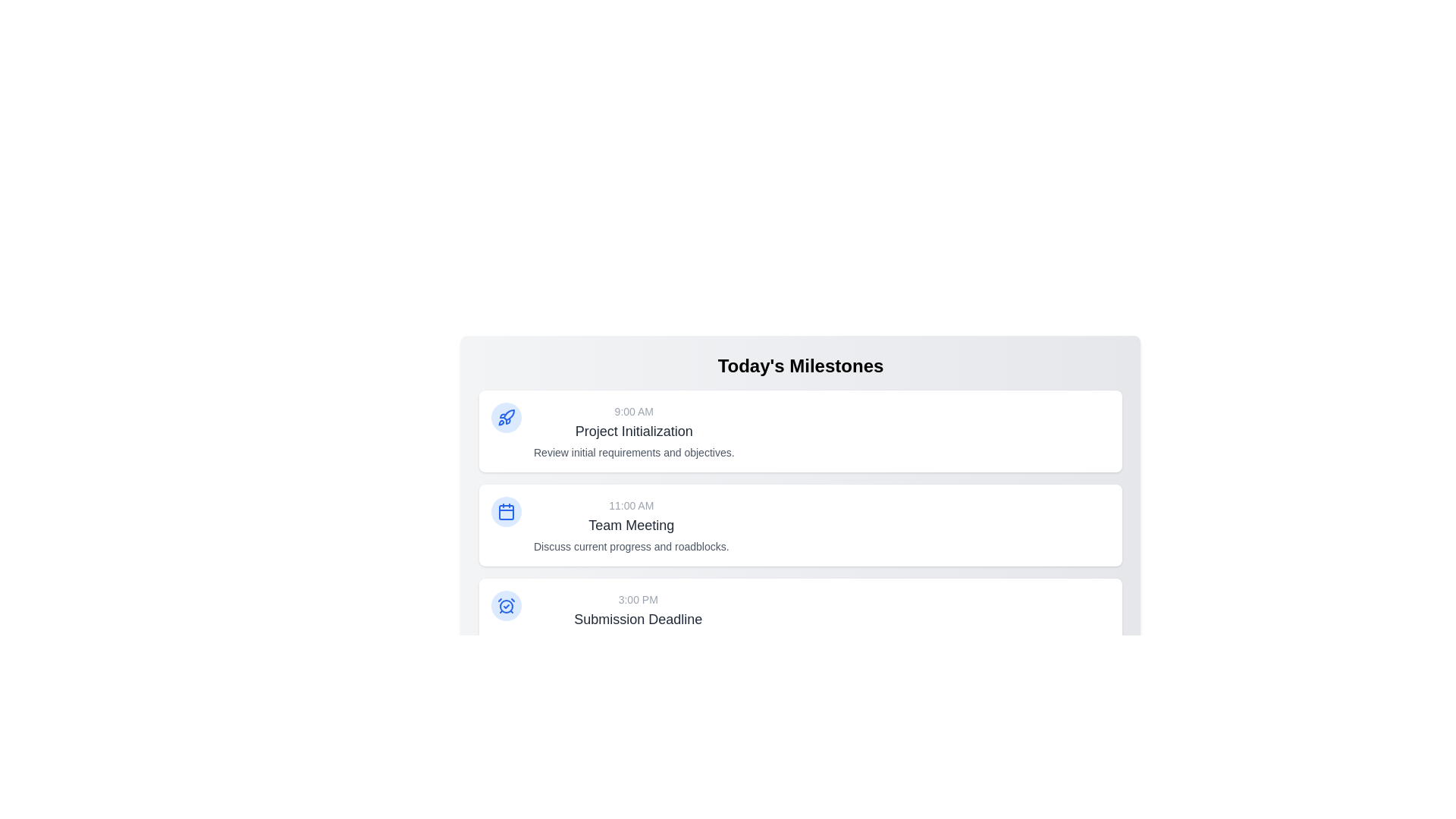  I want to click on the circular element with a blue border that is part of the clock icon, located adjacent to the 'Submission Deadline' text, so click(506, 605).